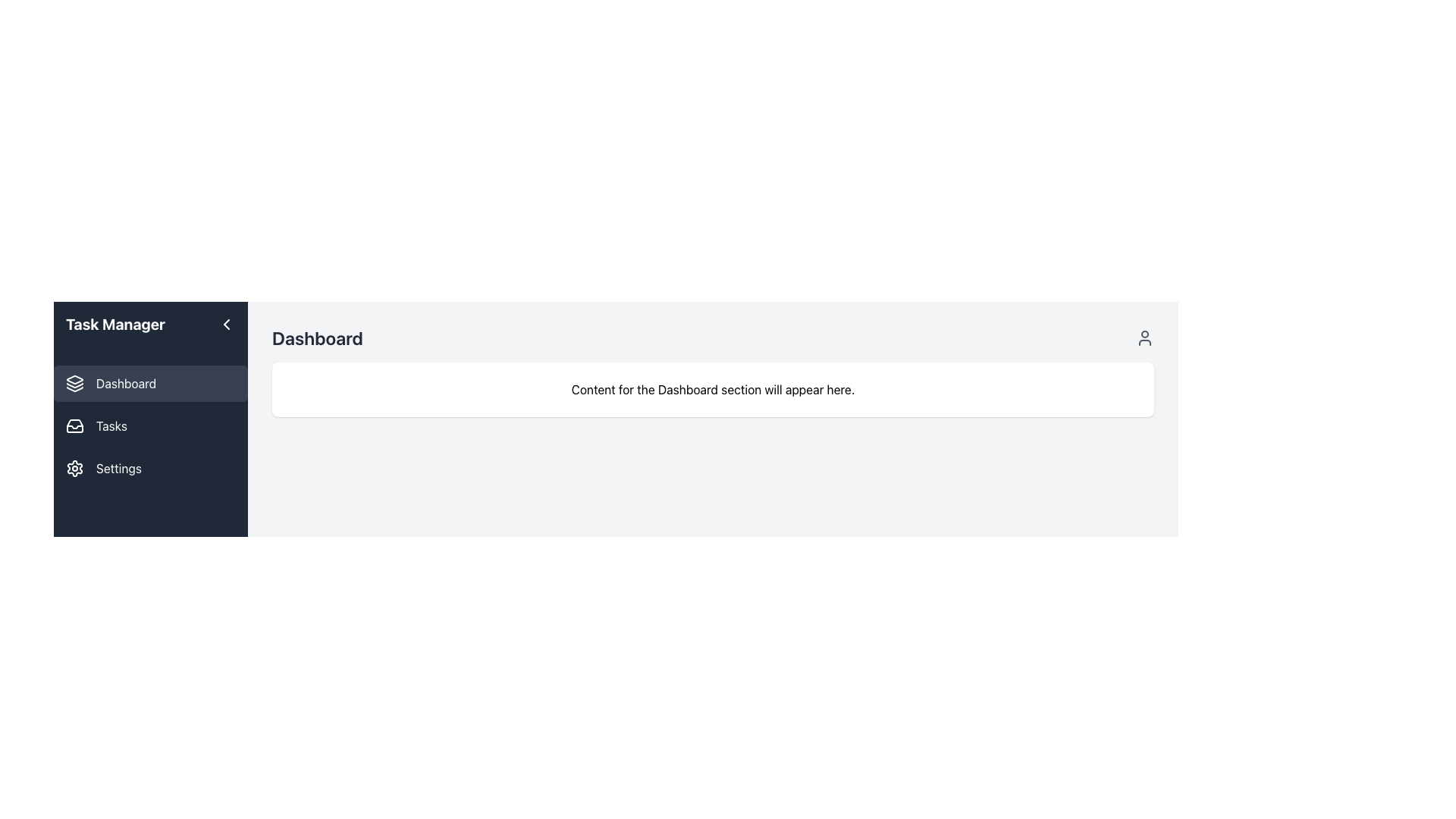 This screenshot has height=819, width=1456. I want to click on the header text label in the Task Manager section located at the top of the left sidebar, so click(115, 324).